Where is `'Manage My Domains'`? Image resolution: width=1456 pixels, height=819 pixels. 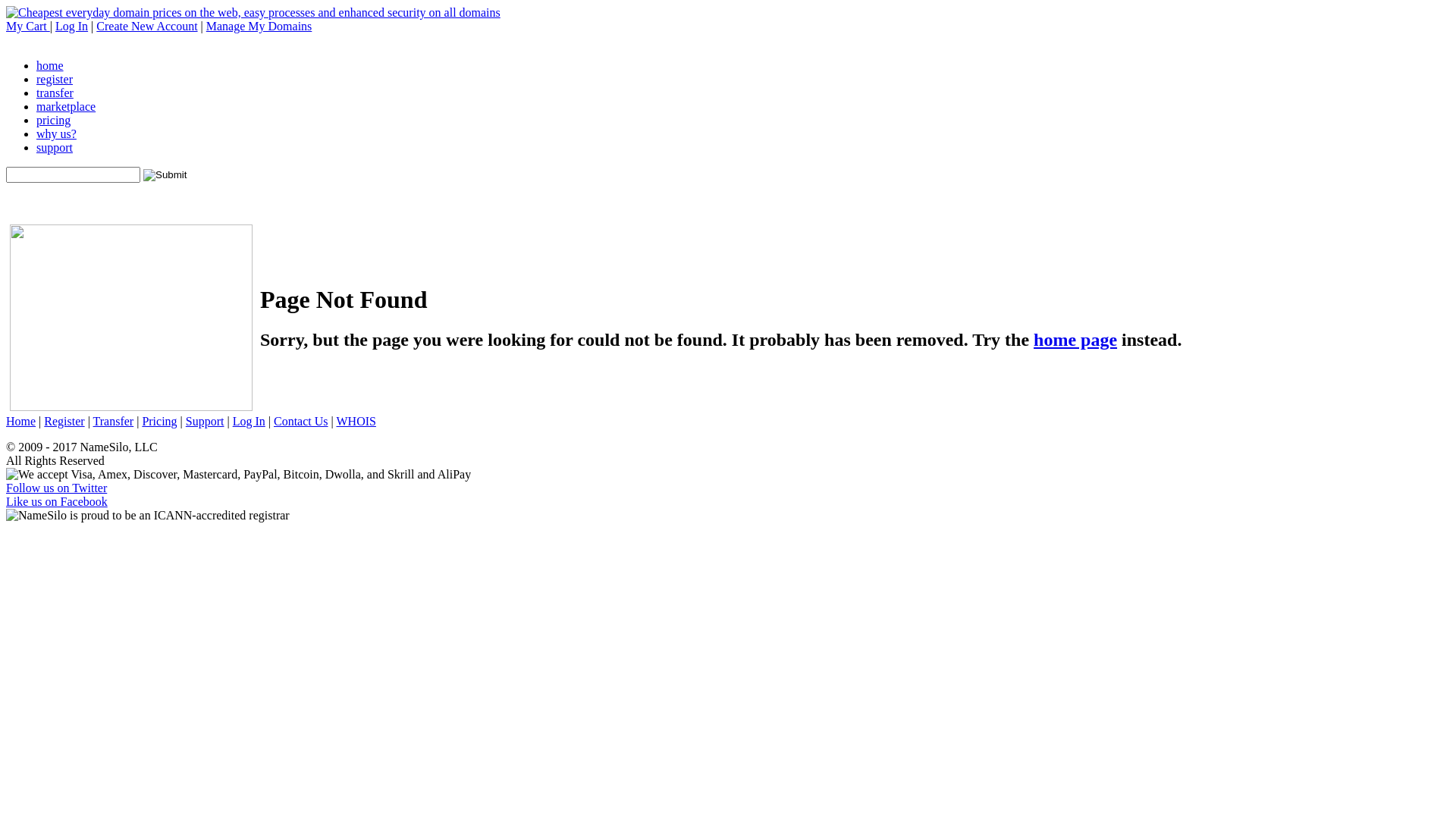 'Manage My Domains' is located at coordinates (206, 26).